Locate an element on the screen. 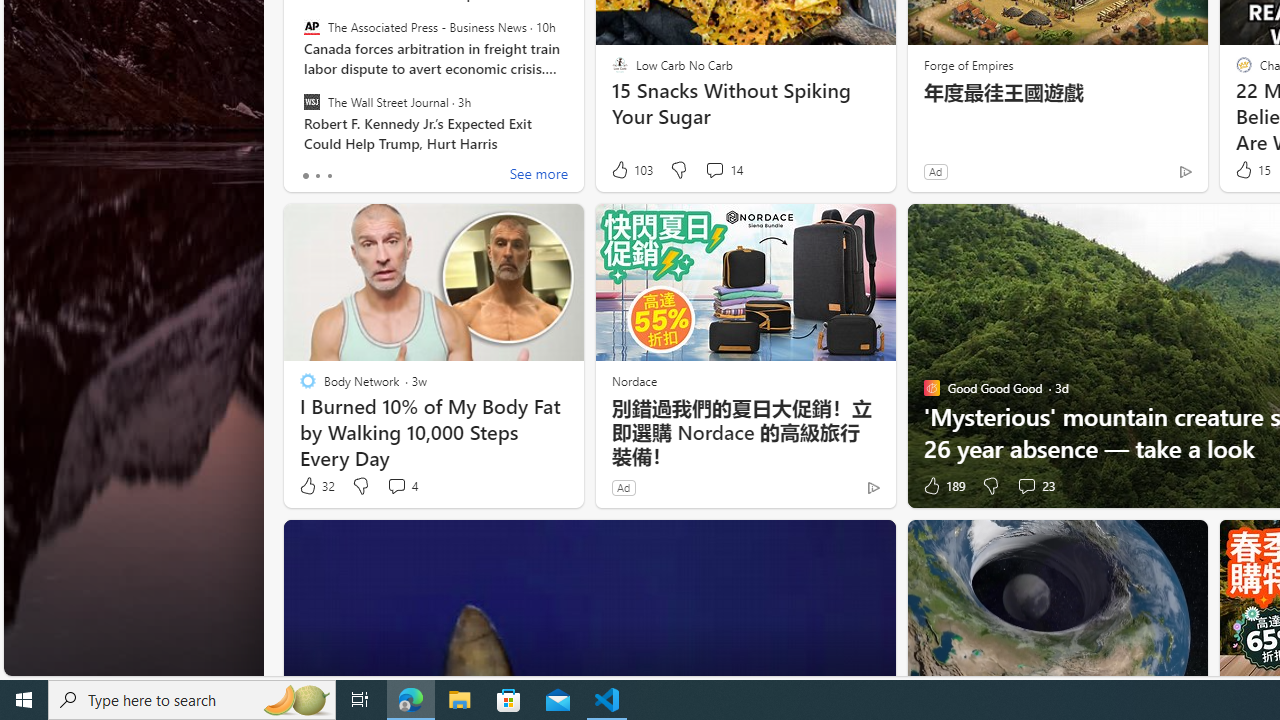  '189 Like' is located at coordinates (941, 486).